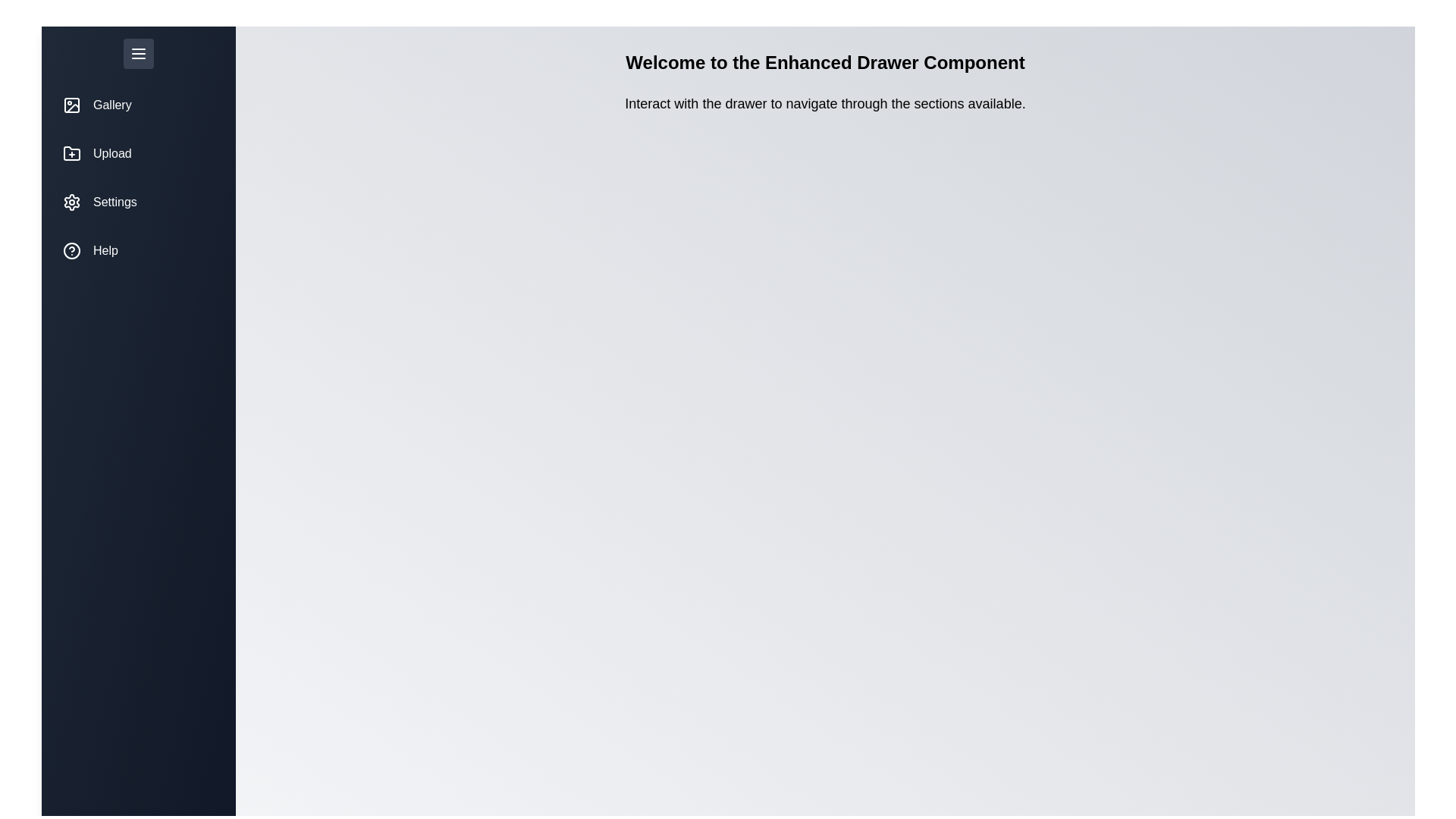 The height and width of the screenshot is (819, 1456). Describe the element at coordinates (71, 201) in the screenshot. I see `the icon corresponding to the Settings section` at that location.